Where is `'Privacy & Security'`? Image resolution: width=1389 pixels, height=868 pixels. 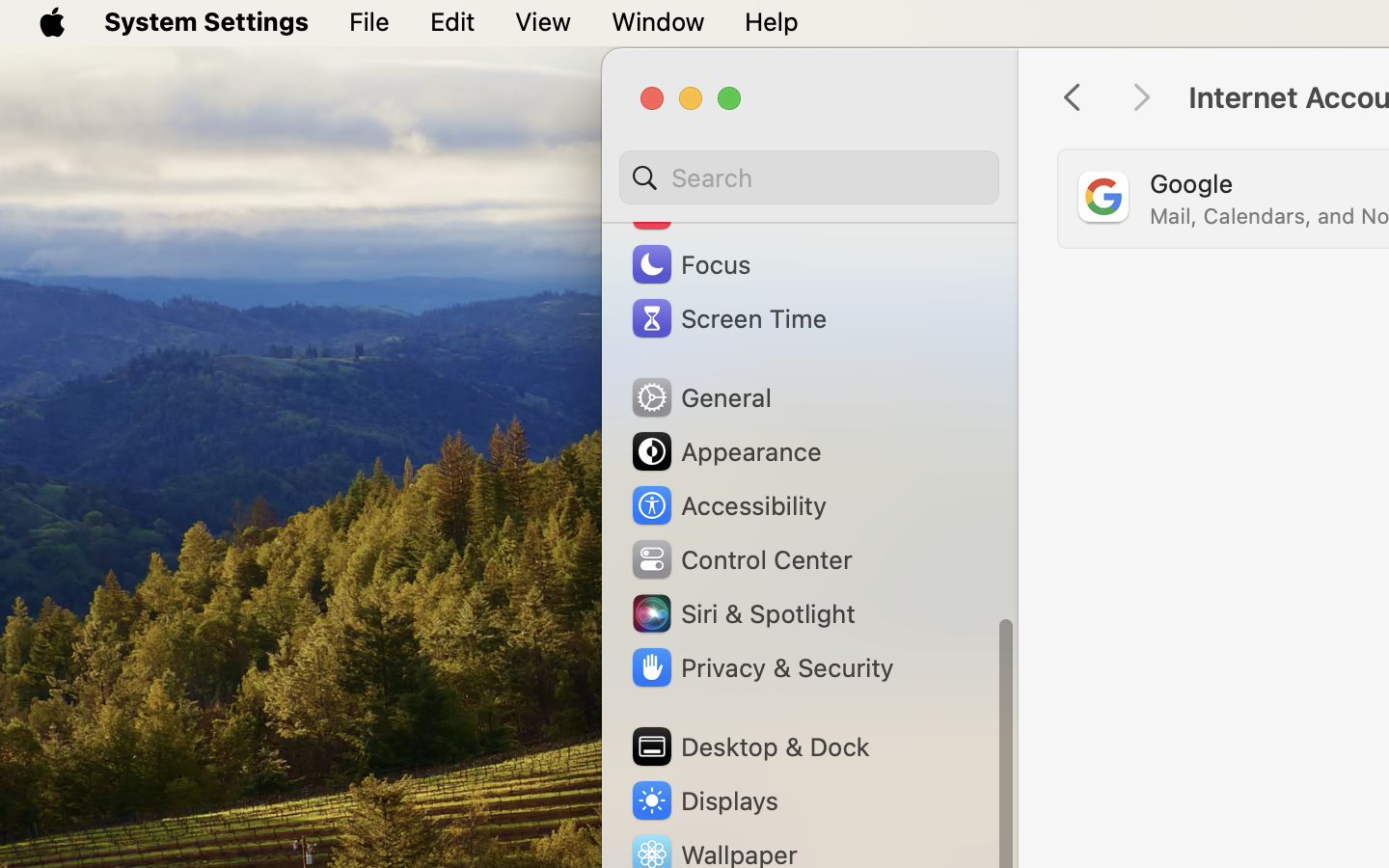 'Privacy & Security' is located at coordinates (760, 666).